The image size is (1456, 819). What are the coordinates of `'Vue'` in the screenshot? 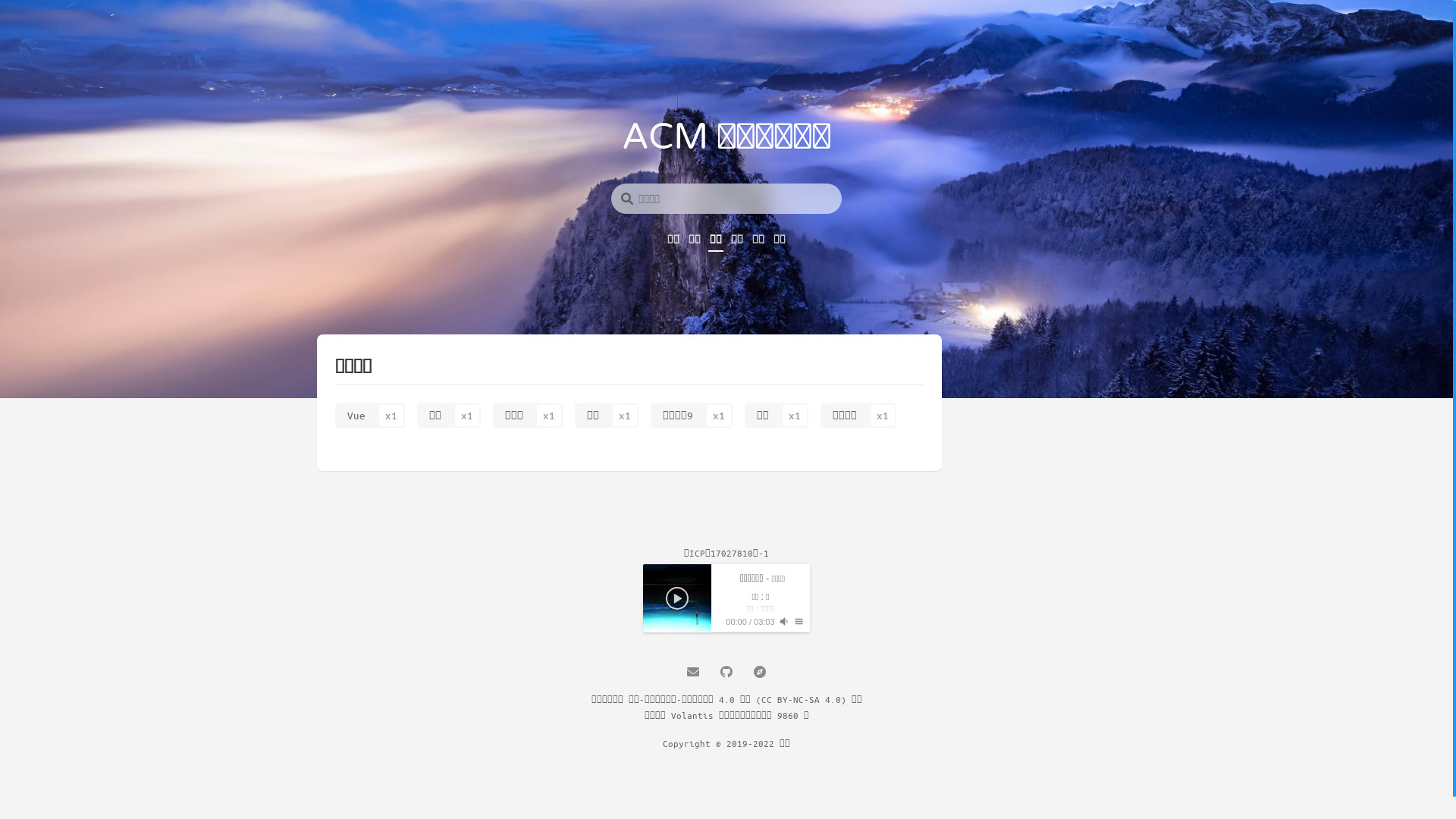 It's located at (334, 415).